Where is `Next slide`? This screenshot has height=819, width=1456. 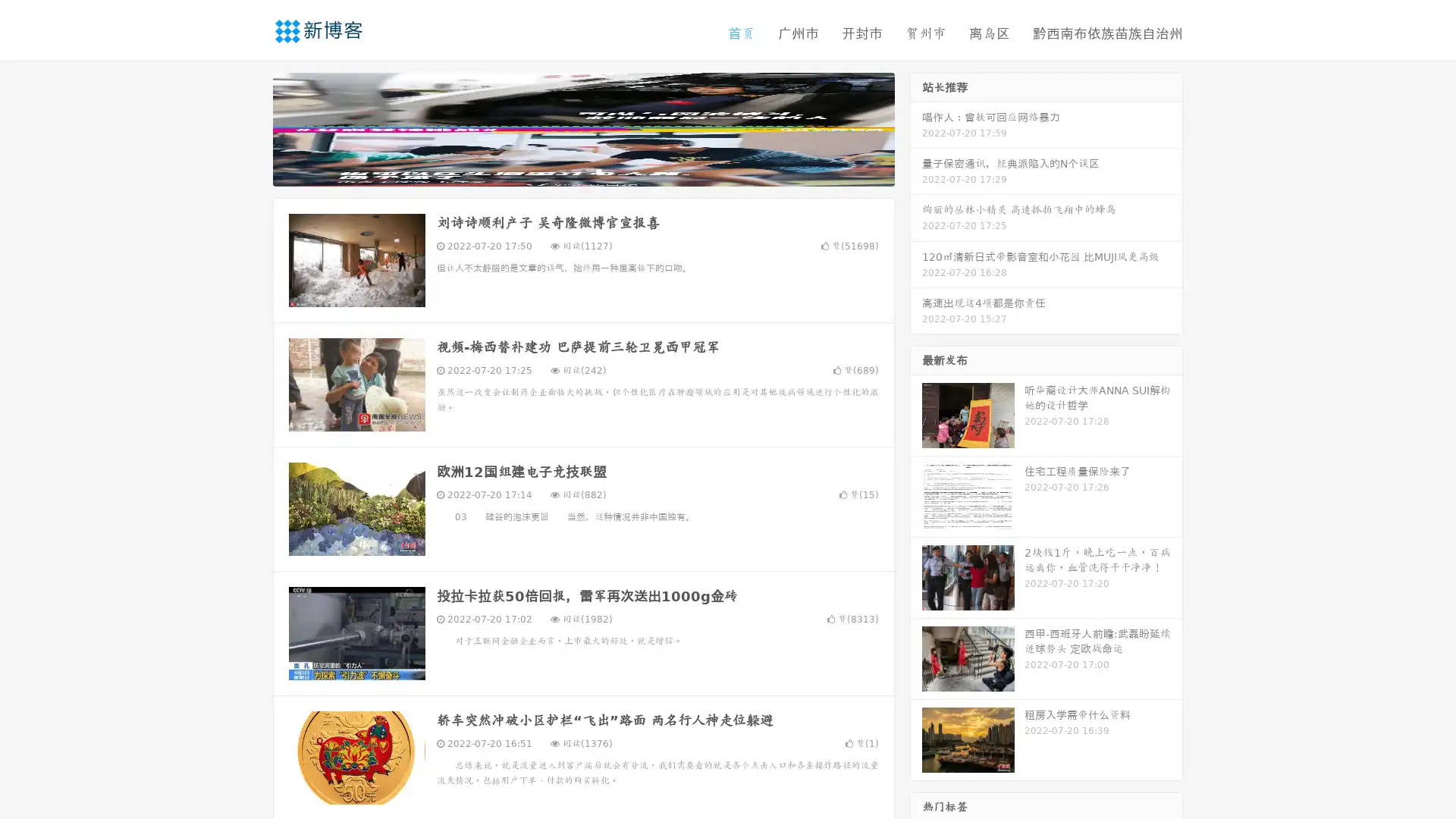
Next slide is located at coordinates (916, 127).